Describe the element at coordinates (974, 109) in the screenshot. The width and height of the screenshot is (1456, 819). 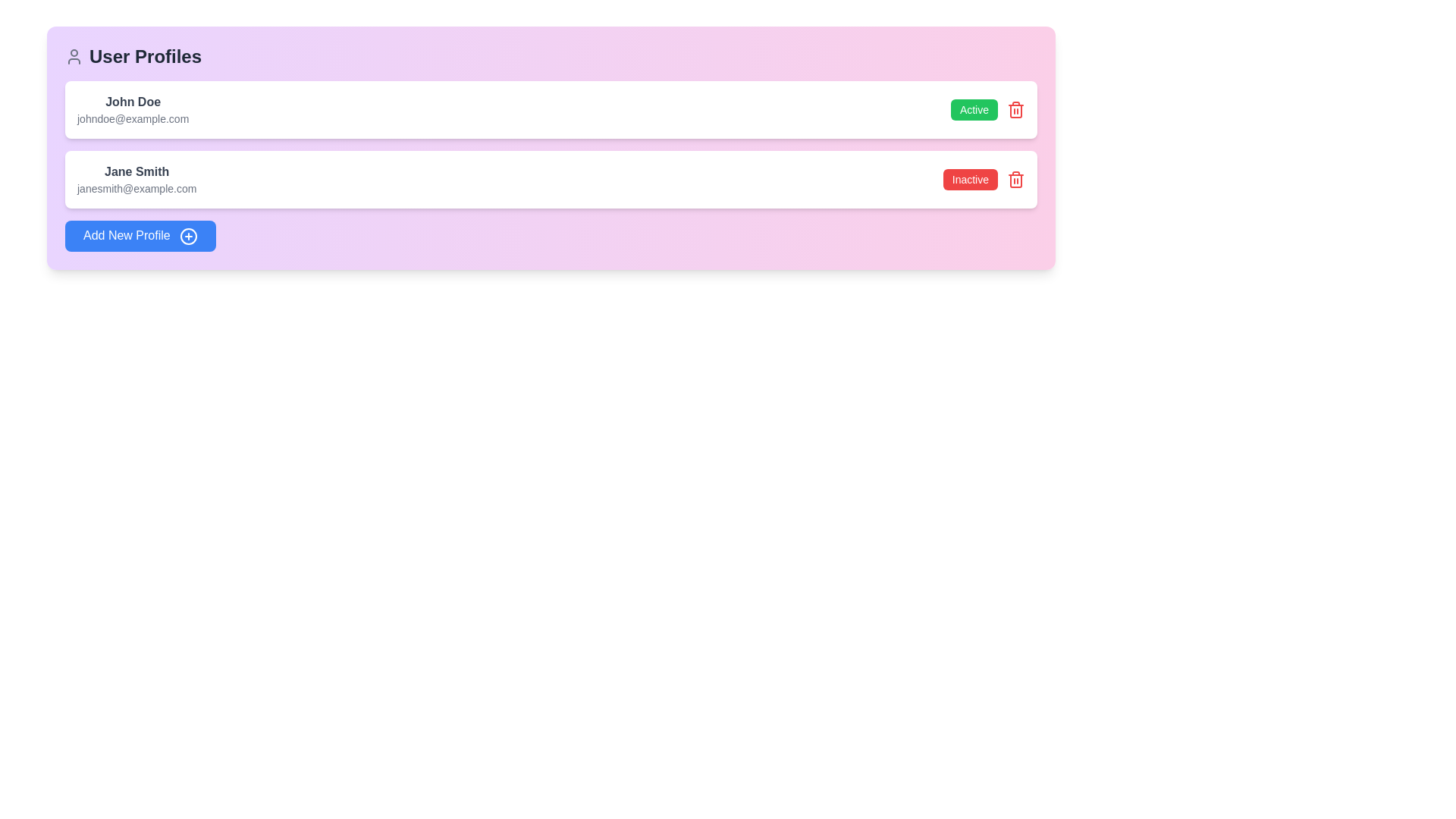
I see `the green pill-shaped button labeled 'Active' located in the top-right section of the first user profile entry within the 'User Profiles' panel for keyboard interaction` at that location.